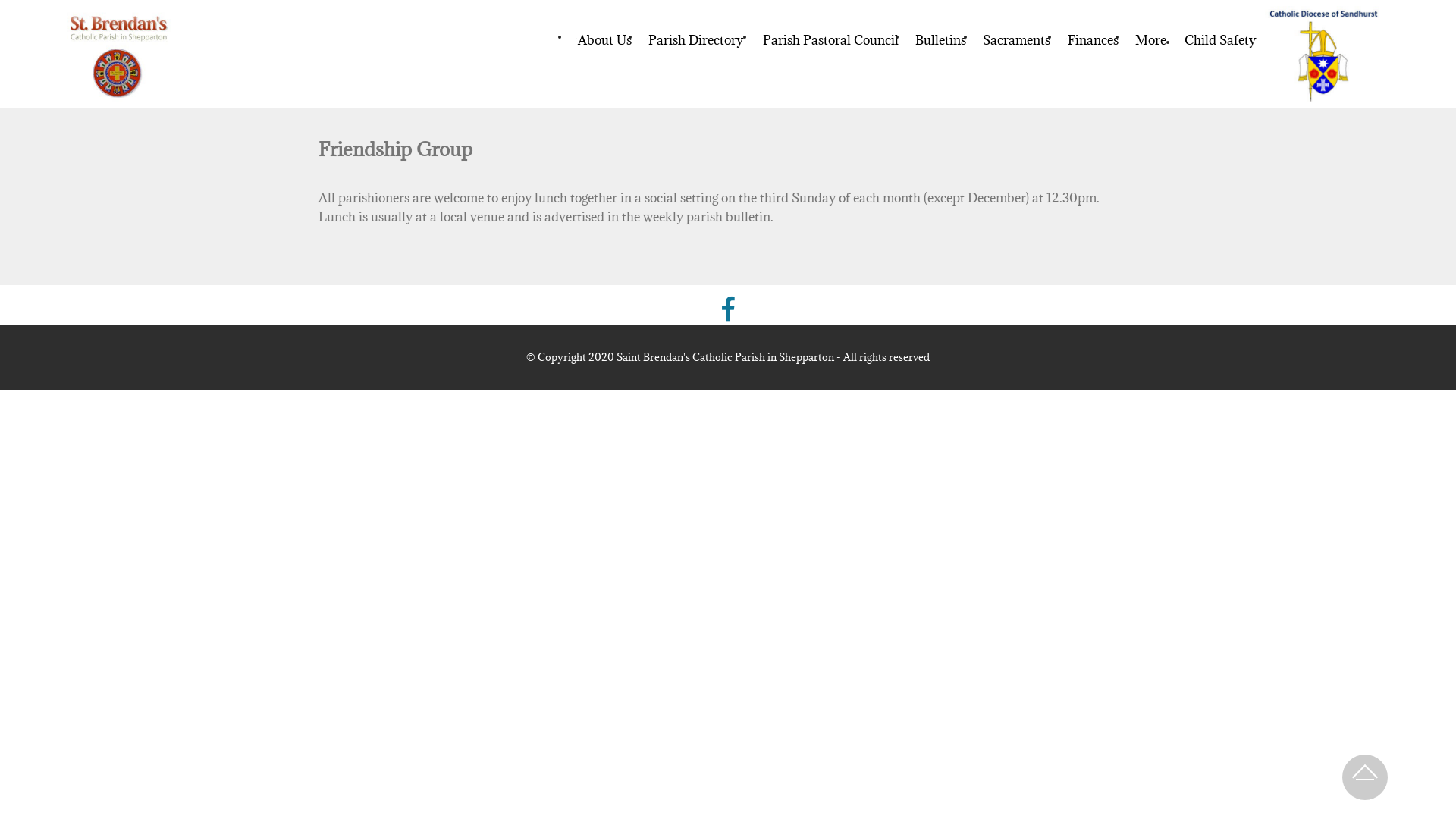 Image resolution: width=1456 pixels, height=819 pixels. Describe the element at coordinates (695, 39) in the screenshot. I see `'Parish Directory '` at that location.